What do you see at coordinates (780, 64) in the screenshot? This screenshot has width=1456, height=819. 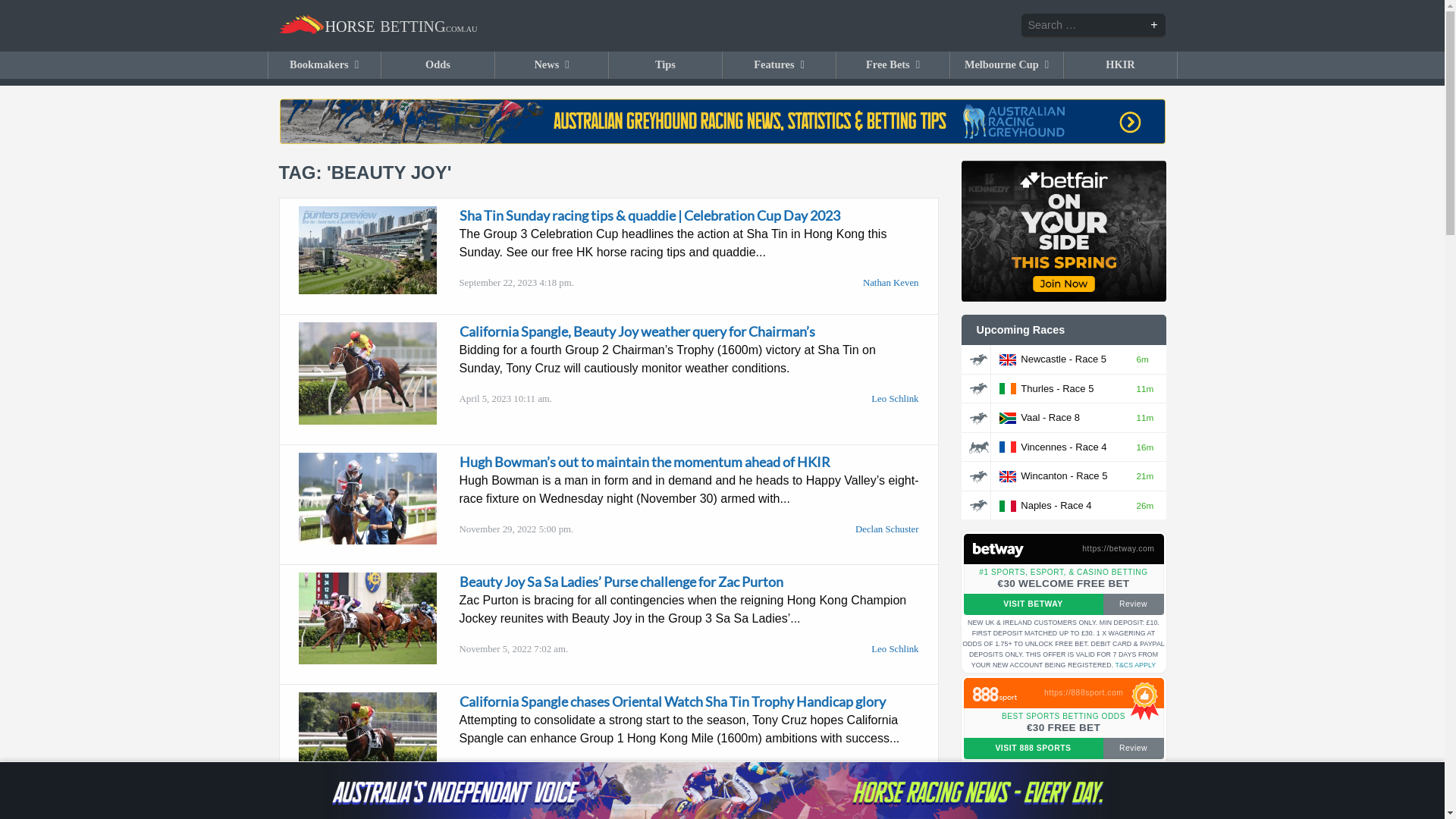 I see `'Features'` at bounding box center [780, 64].